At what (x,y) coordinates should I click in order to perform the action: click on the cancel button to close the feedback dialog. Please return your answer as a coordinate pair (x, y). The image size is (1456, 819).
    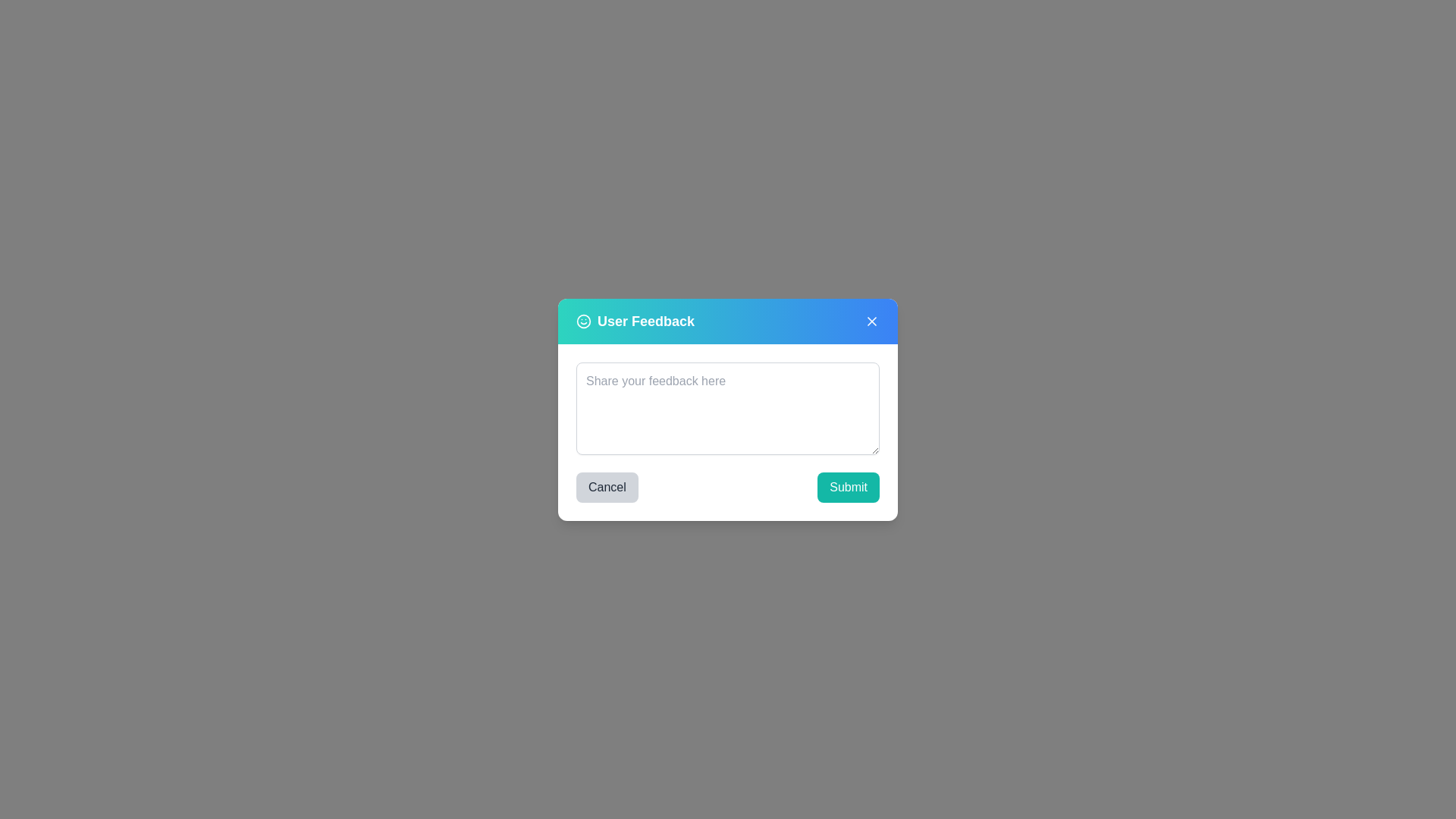
    Looking at the image, I should click on (607, 487).